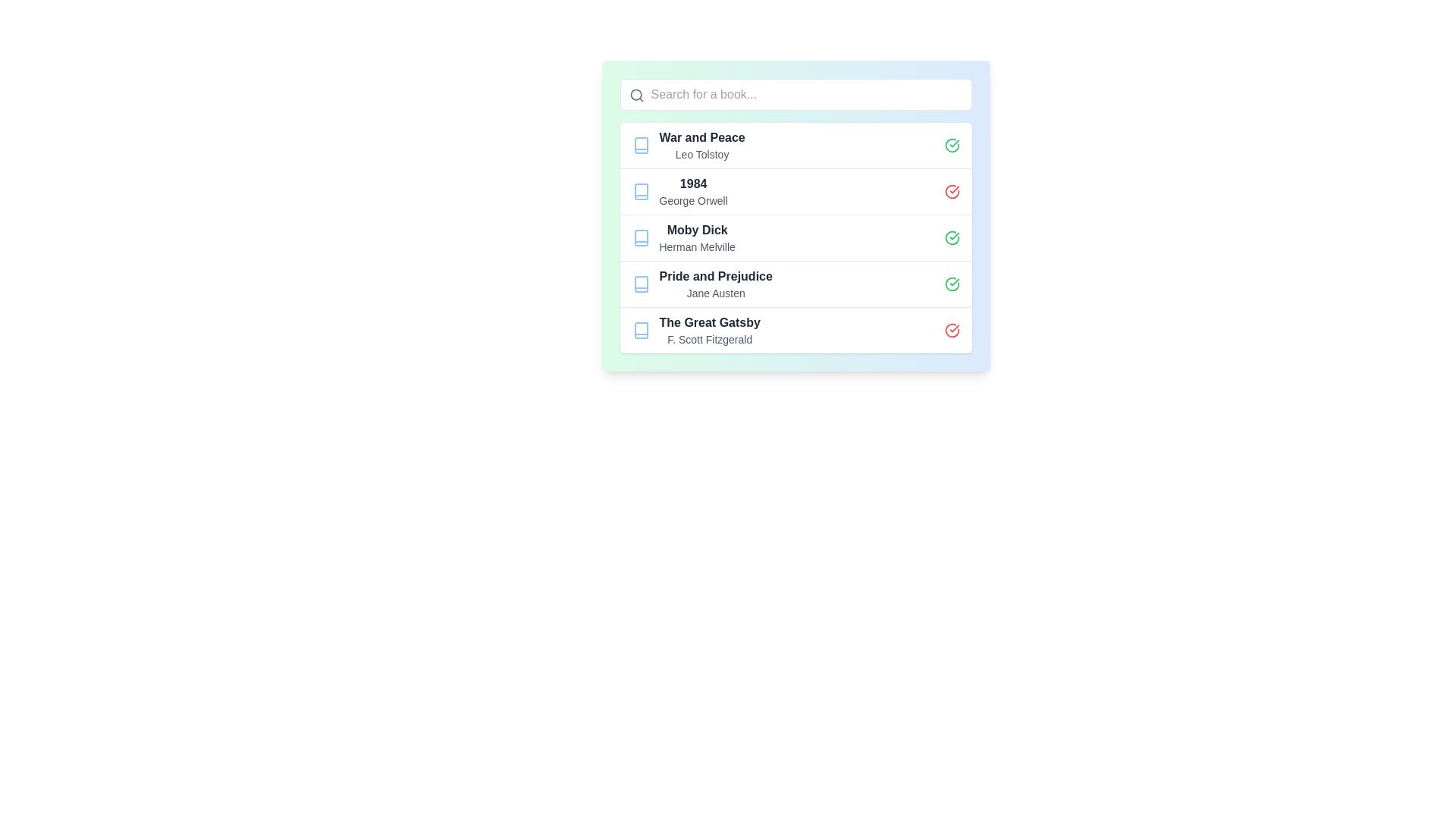 This screenshot has width=1456, height=819. What do you see at coordinates (641, 329) in the screenshot?
I see `the icon representing the book titled 'The Great Gatsby' located at the beginning of the last row in the list view` at bounding box center [641, 329].